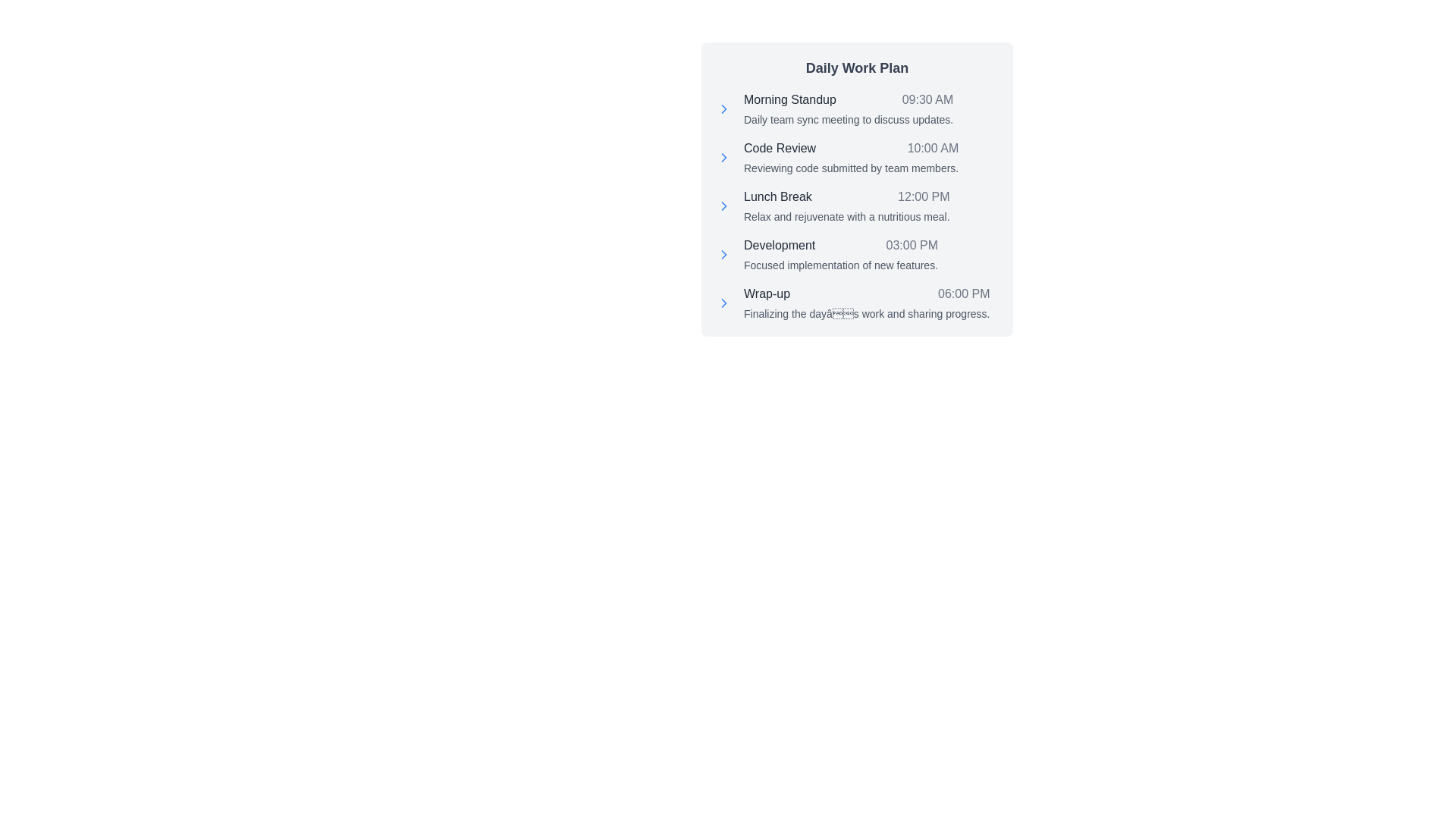 This screenshot has height=819, width=1456. I want to click on agenda item titled 'Code Review', which is the second item in the list under 'Daily Work Plan', featuring a prominent title, timestamp, and description, so click(857, 158).